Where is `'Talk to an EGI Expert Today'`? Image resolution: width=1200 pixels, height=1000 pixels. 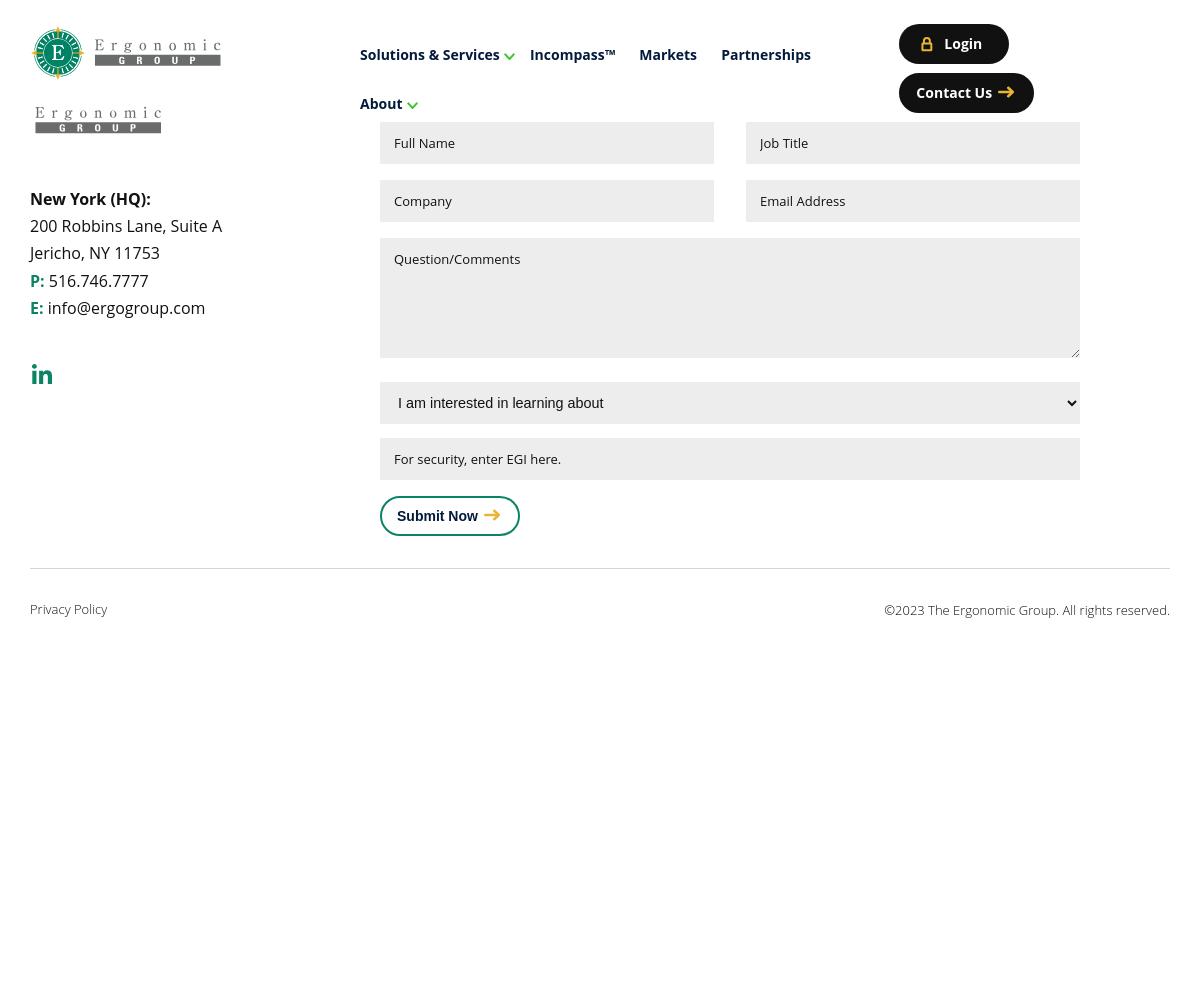 'Talk to an EGI Expert Today' is located at coordinates (572, 67).